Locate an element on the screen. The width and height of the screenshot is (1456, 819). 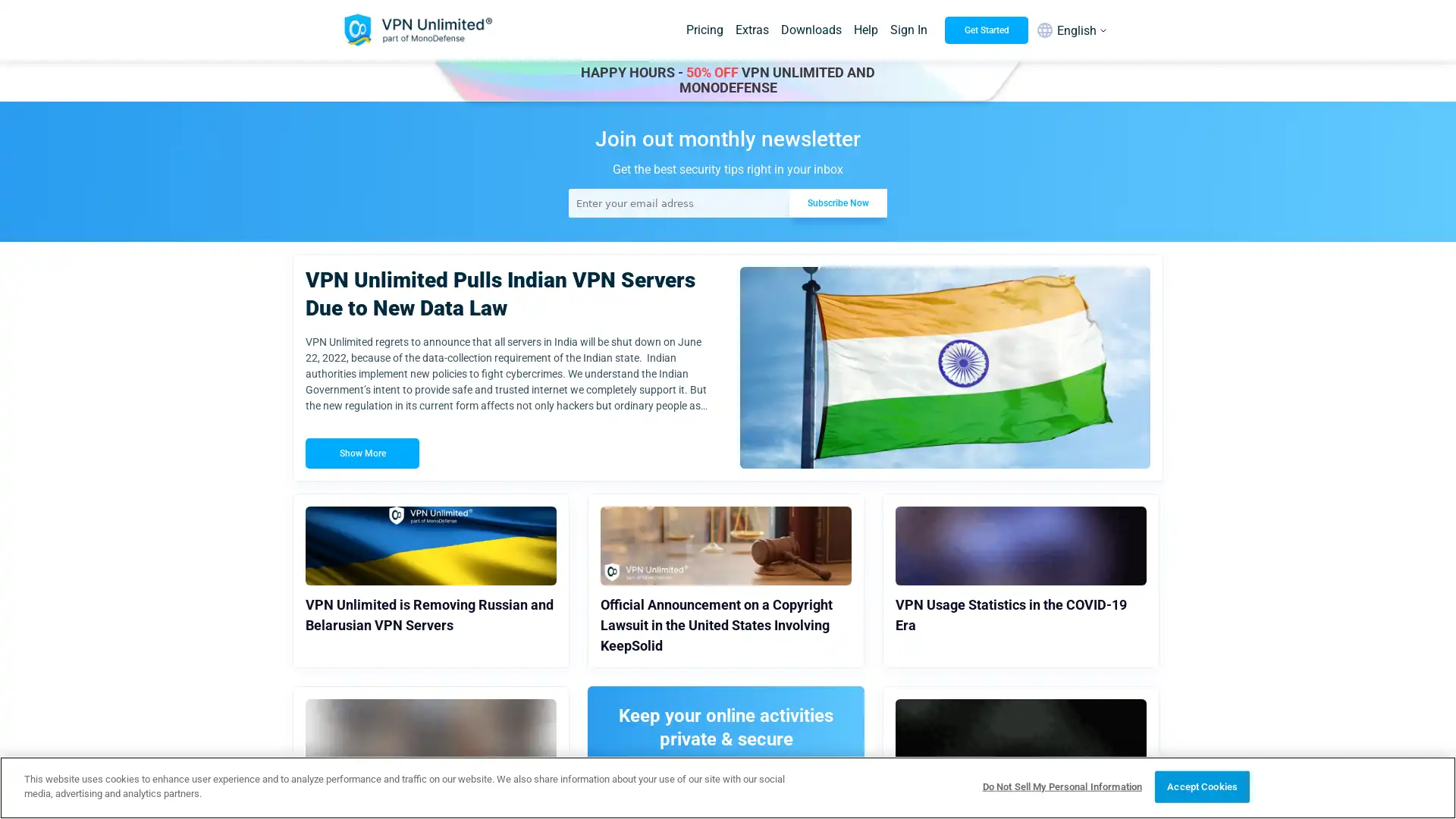
Accept Cookies is located at coordinates (1201, 786).